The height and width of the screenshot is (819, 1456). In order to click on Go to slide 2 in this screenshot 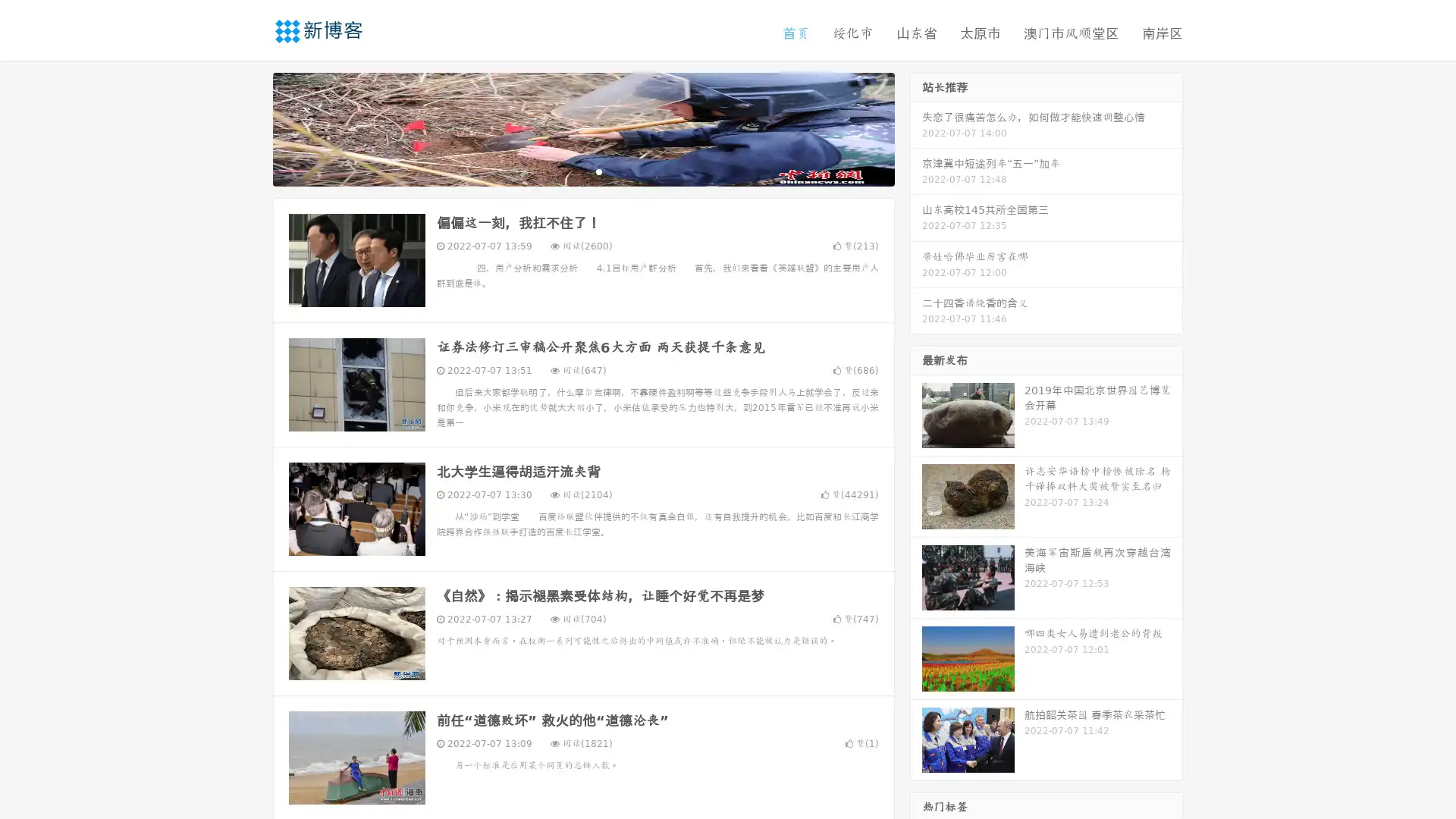, I will do `click(582, 171)`.